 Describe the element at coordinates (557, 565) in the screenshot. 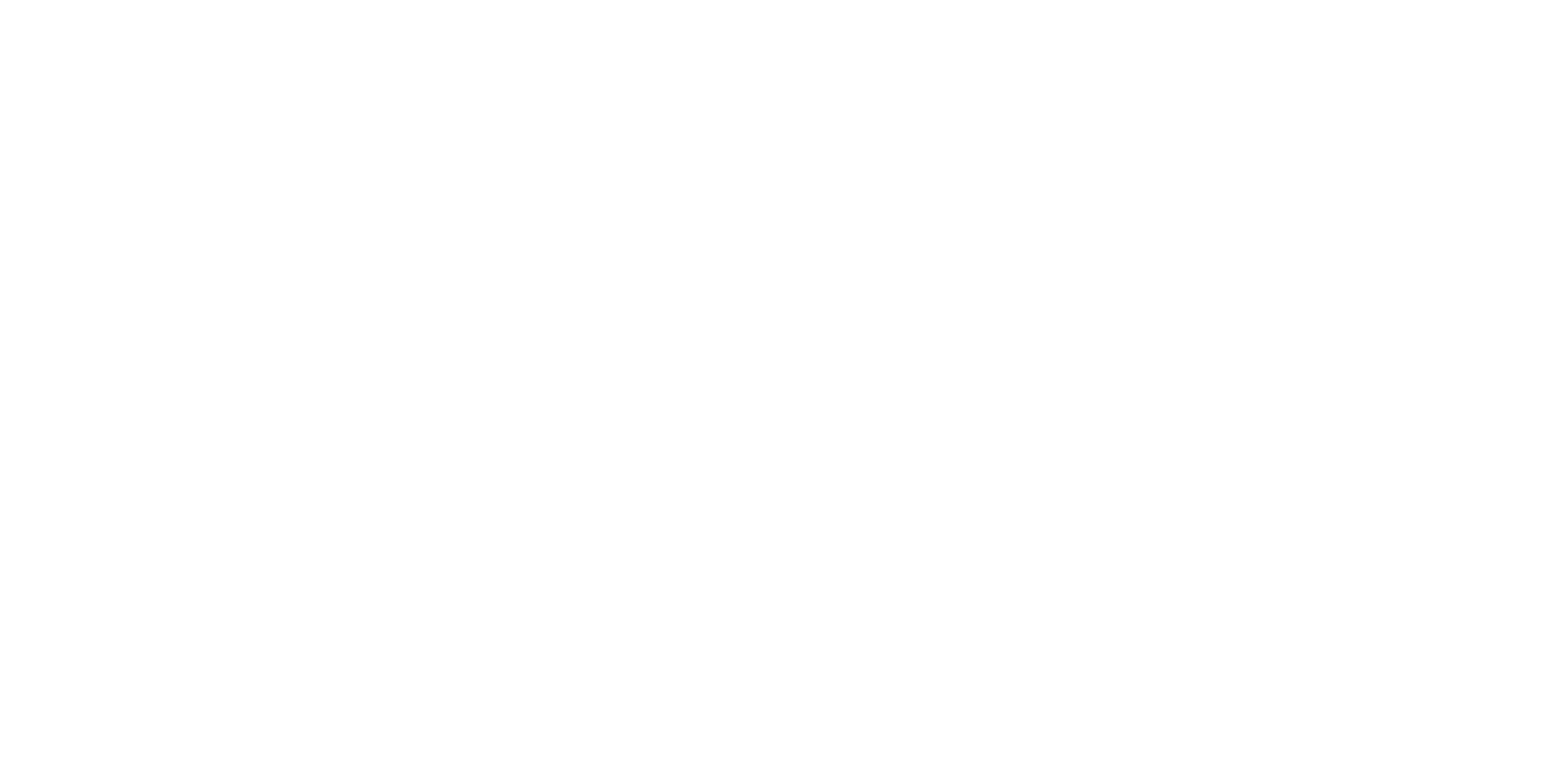

I see `'NHL.com Privacy Policy'` at that location.